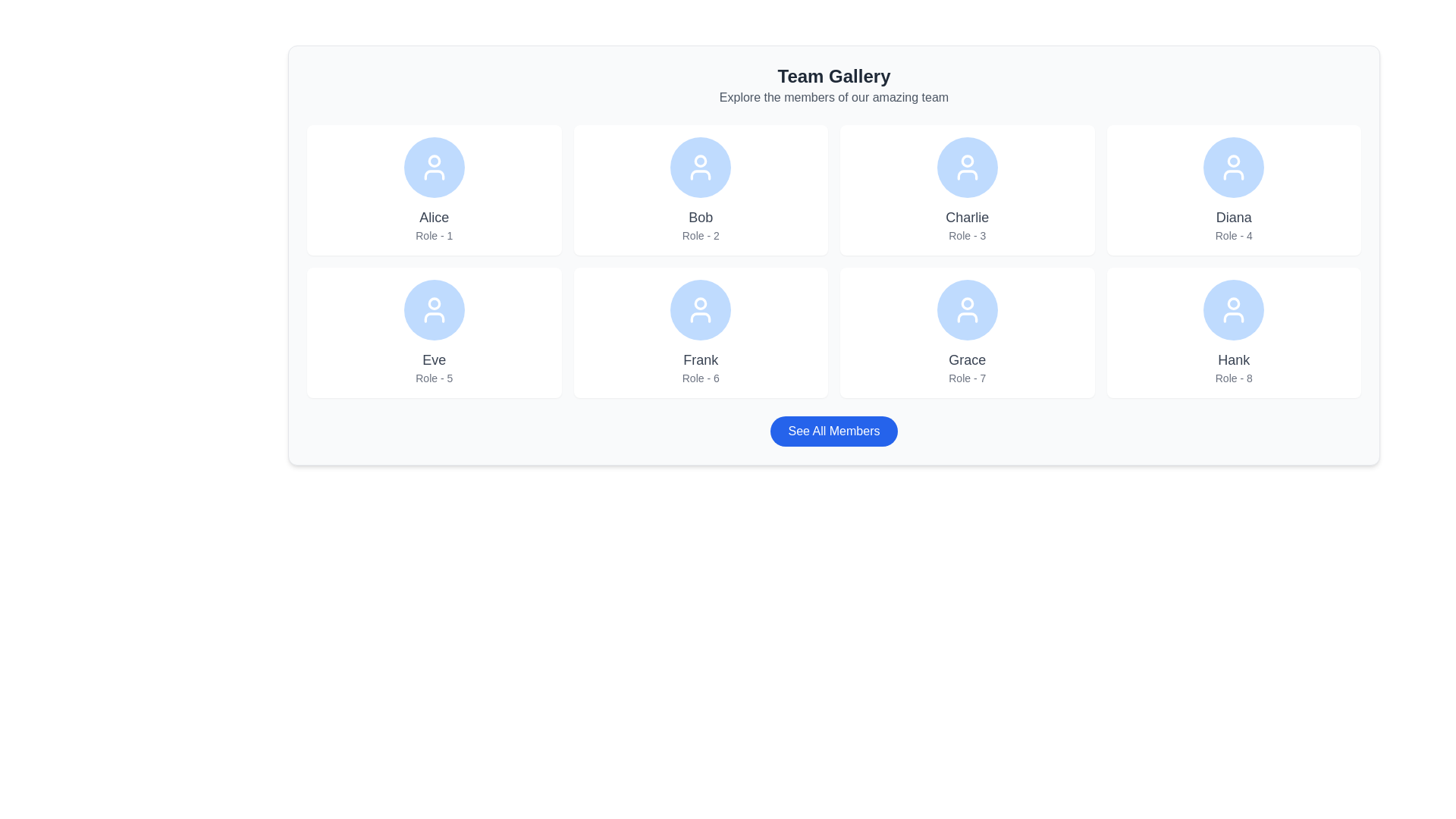  I want to click on the appearance of the Avatar or profile picture for the user named 'Eve' located in the Team Gallery section, so click(433, 309).